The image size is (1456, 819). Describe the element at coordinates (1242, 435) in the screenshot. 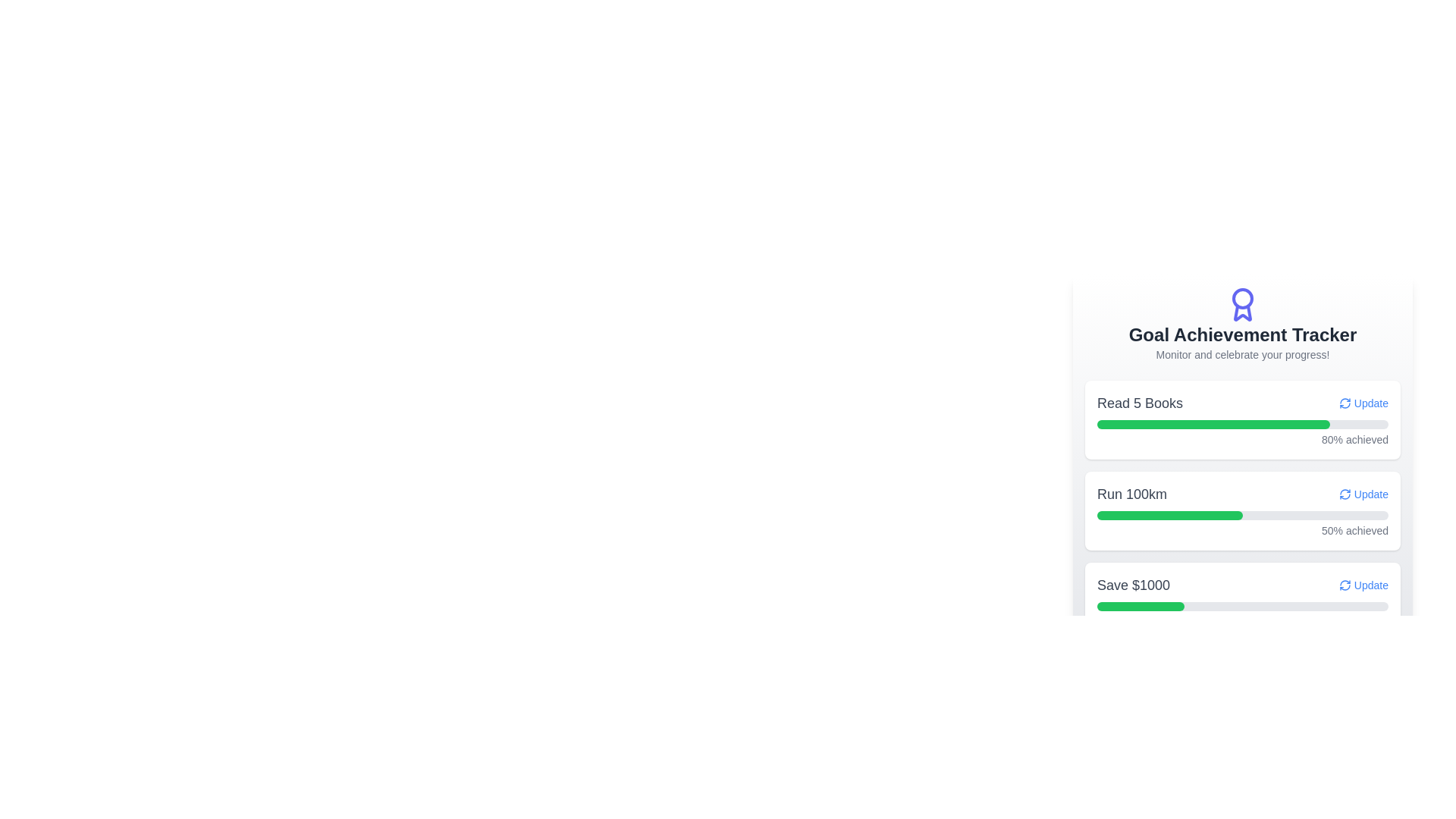

I see `the green and grey horizontally aligned progress bar indicating 80% progress, labeled '80% achieved', located under the 'Read 5 Books' title in the 'Goal Achievement Tracker' section` at that location.